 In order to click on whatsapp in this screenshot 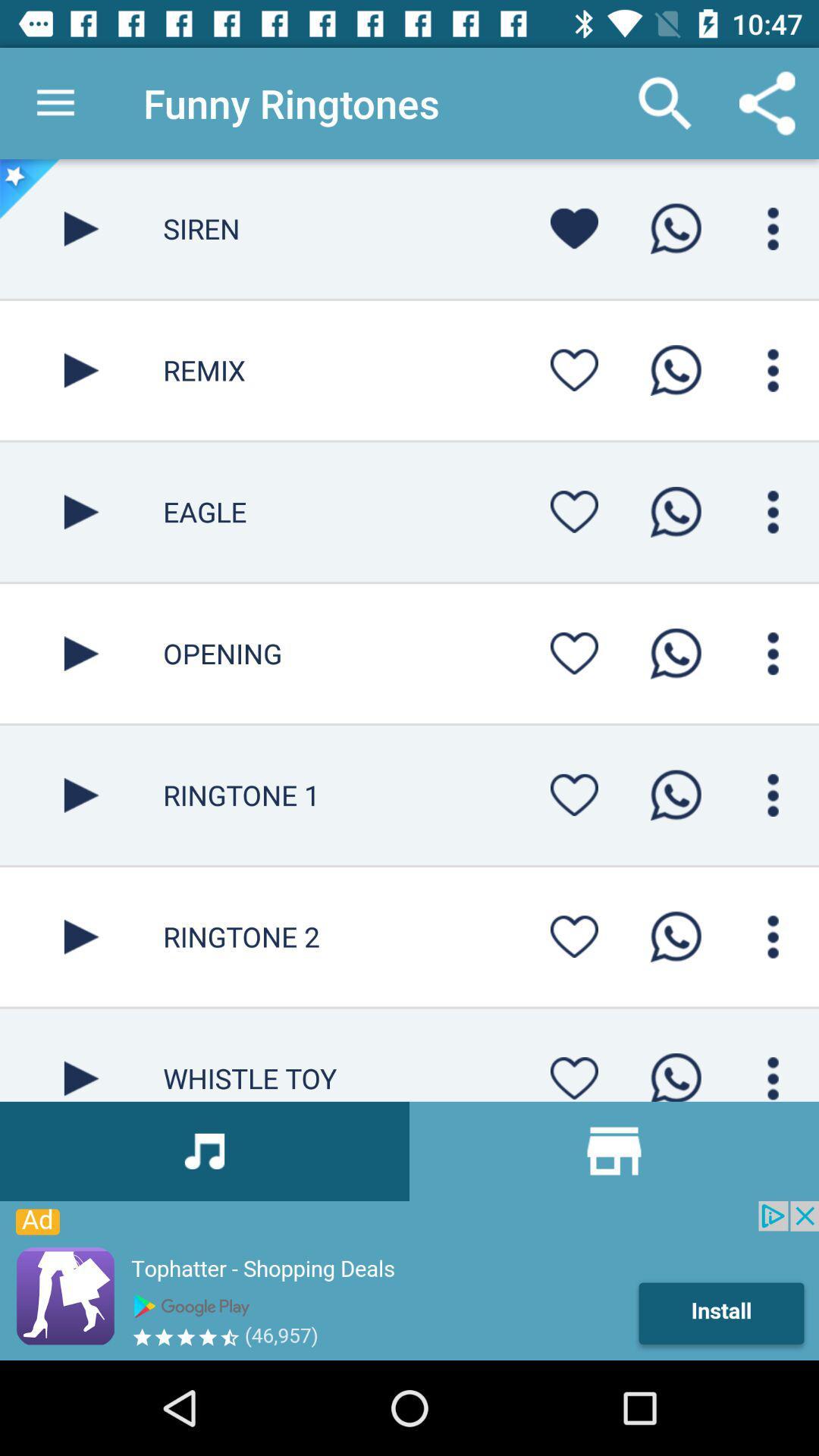, I will do `click(675, 1072)`.